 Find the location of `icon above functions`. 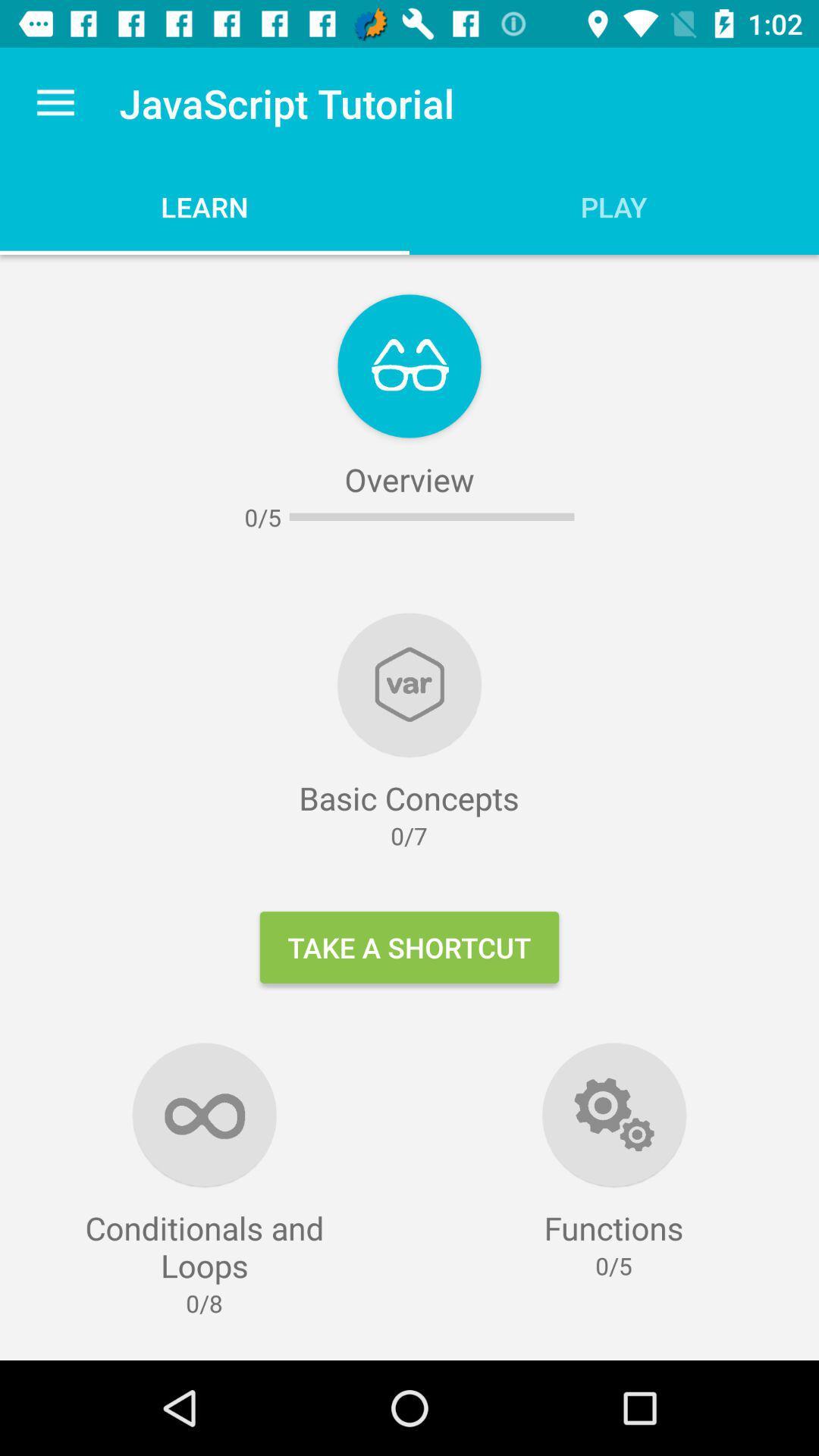

icon above functions is located at coordinates (614, 1114).